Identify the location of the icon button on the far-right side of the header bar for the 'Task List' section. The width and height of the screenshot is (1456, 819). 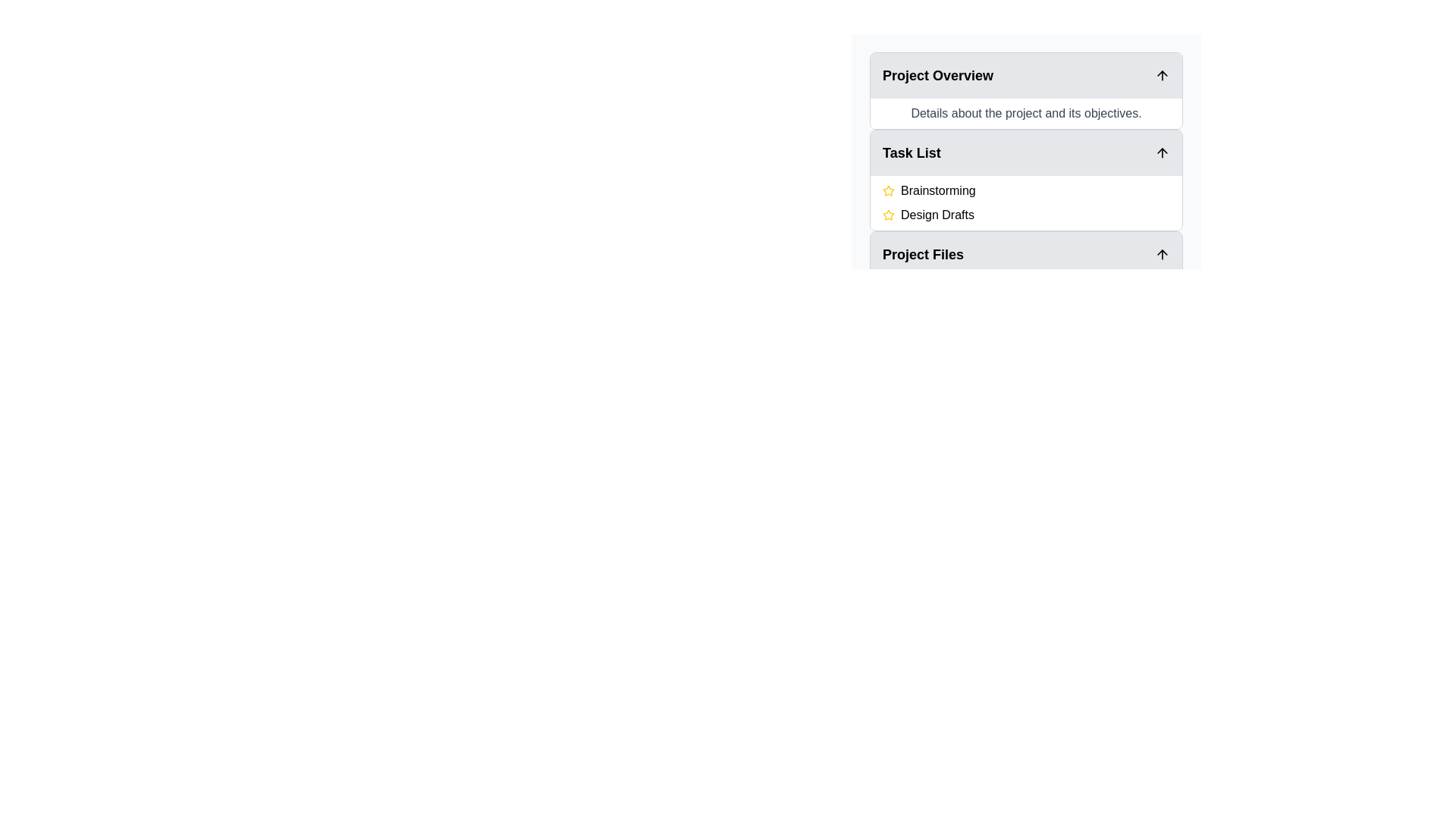
(1161, 152).